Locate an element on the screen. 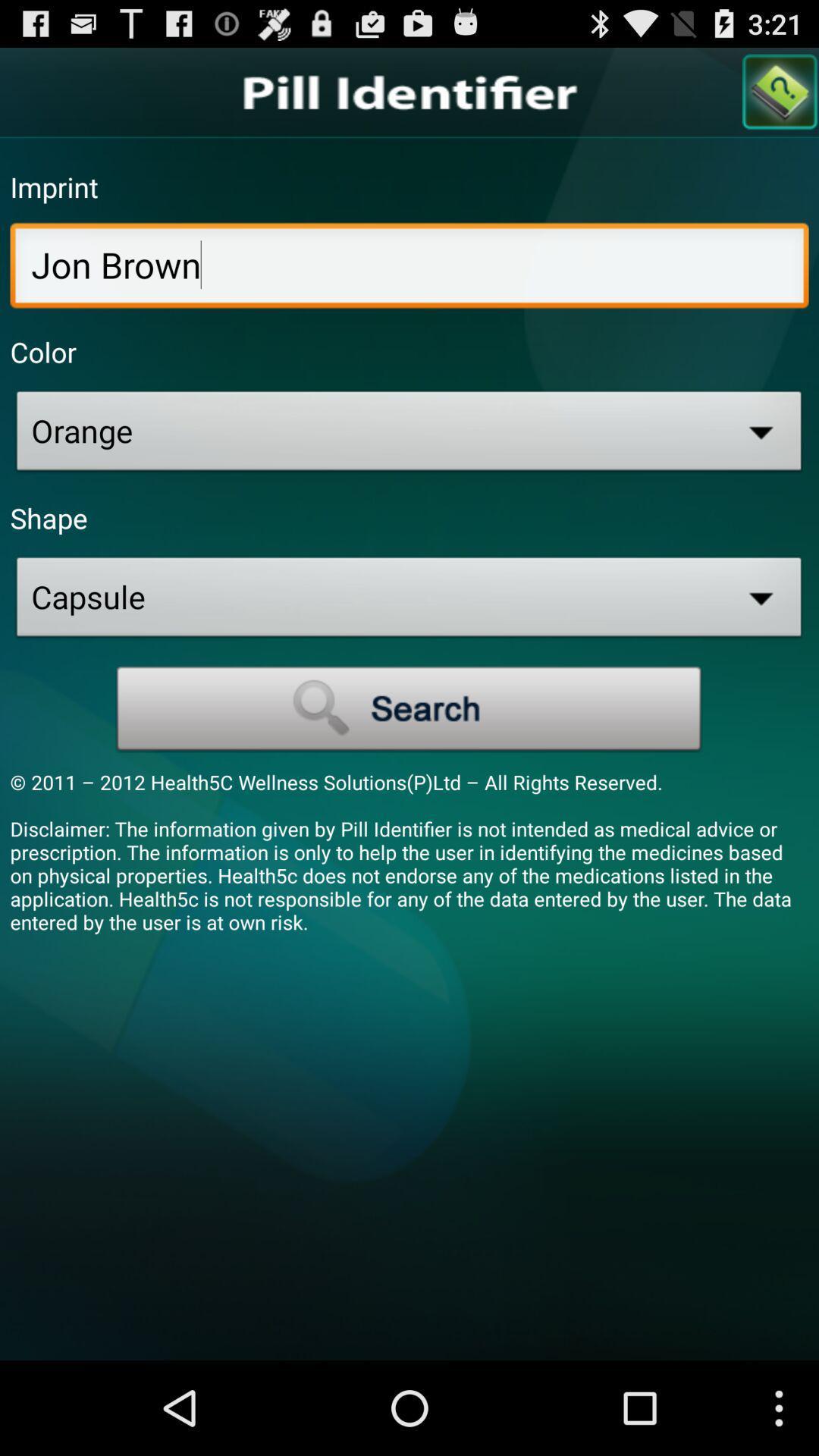 The height and width of the screenshot is (1456, 819). search button is located at coordinates (409, 708).